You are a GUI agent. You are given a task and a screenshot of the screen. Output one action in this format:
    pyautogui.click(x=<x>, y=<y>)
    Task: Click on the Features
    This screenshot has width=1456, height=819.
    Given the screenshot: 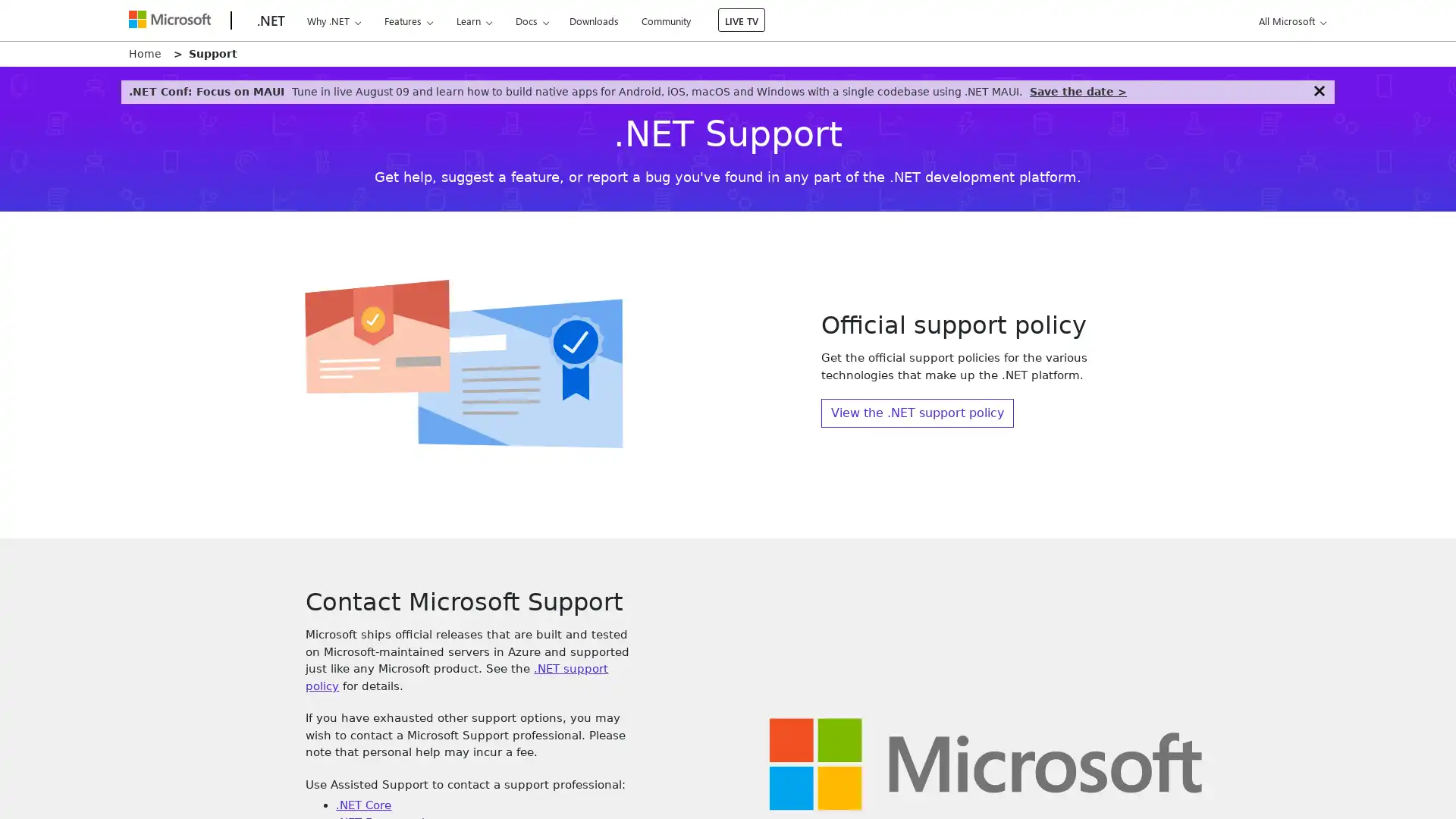 What is the action you would take?
    pyautogui.click(x=408, y=20)
    